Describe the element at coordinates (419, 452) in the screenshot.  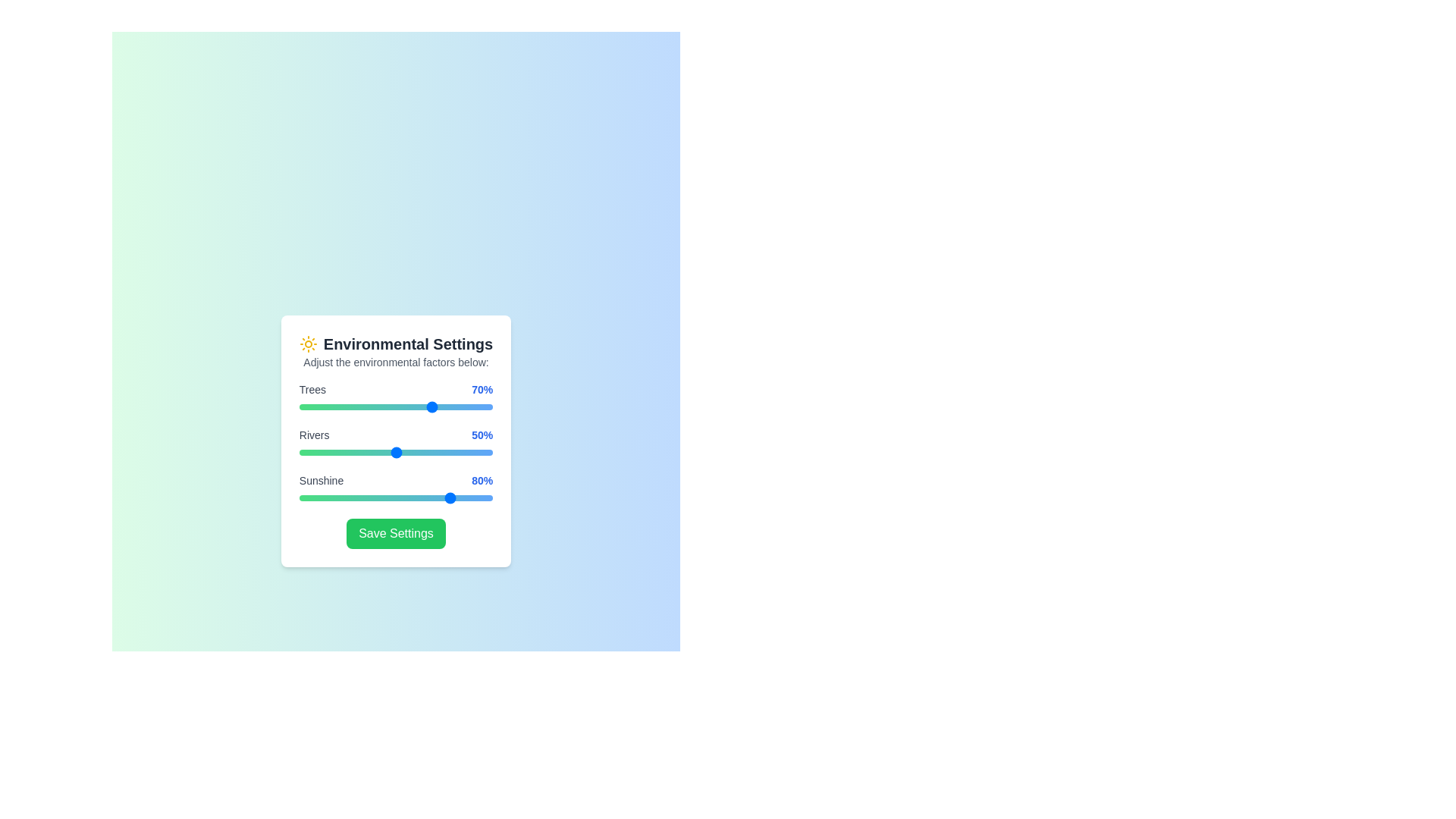
I see `the 1 slider to 62%` at that location.